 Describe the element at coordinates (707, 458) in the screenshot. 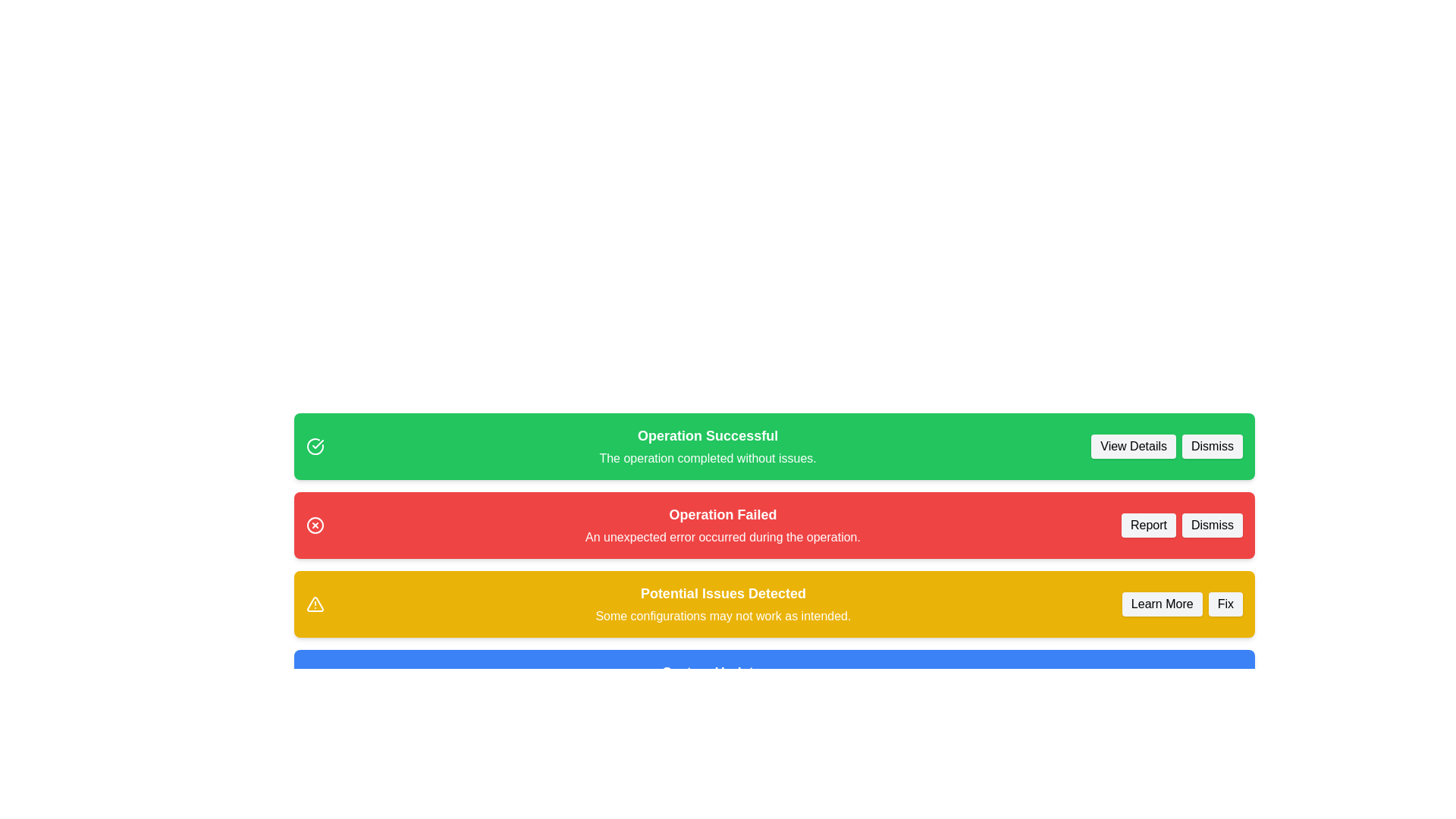

I see `the text label component indicating successful operation completion, located within the green banner titled 'Operation Successful'` at that location.